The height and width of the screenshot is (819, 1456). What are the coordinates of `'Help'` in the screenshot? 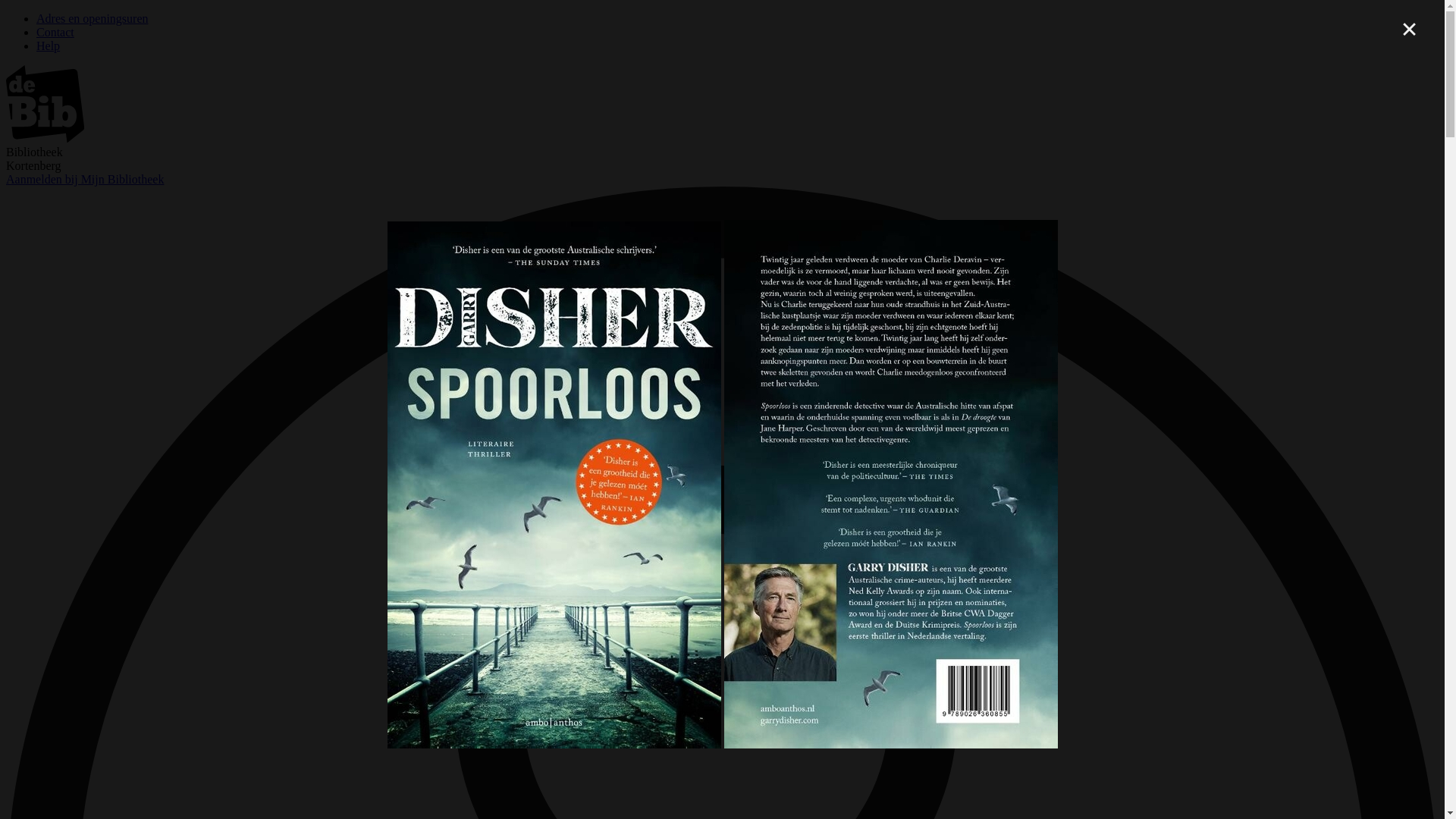 It's located at (36, 45).